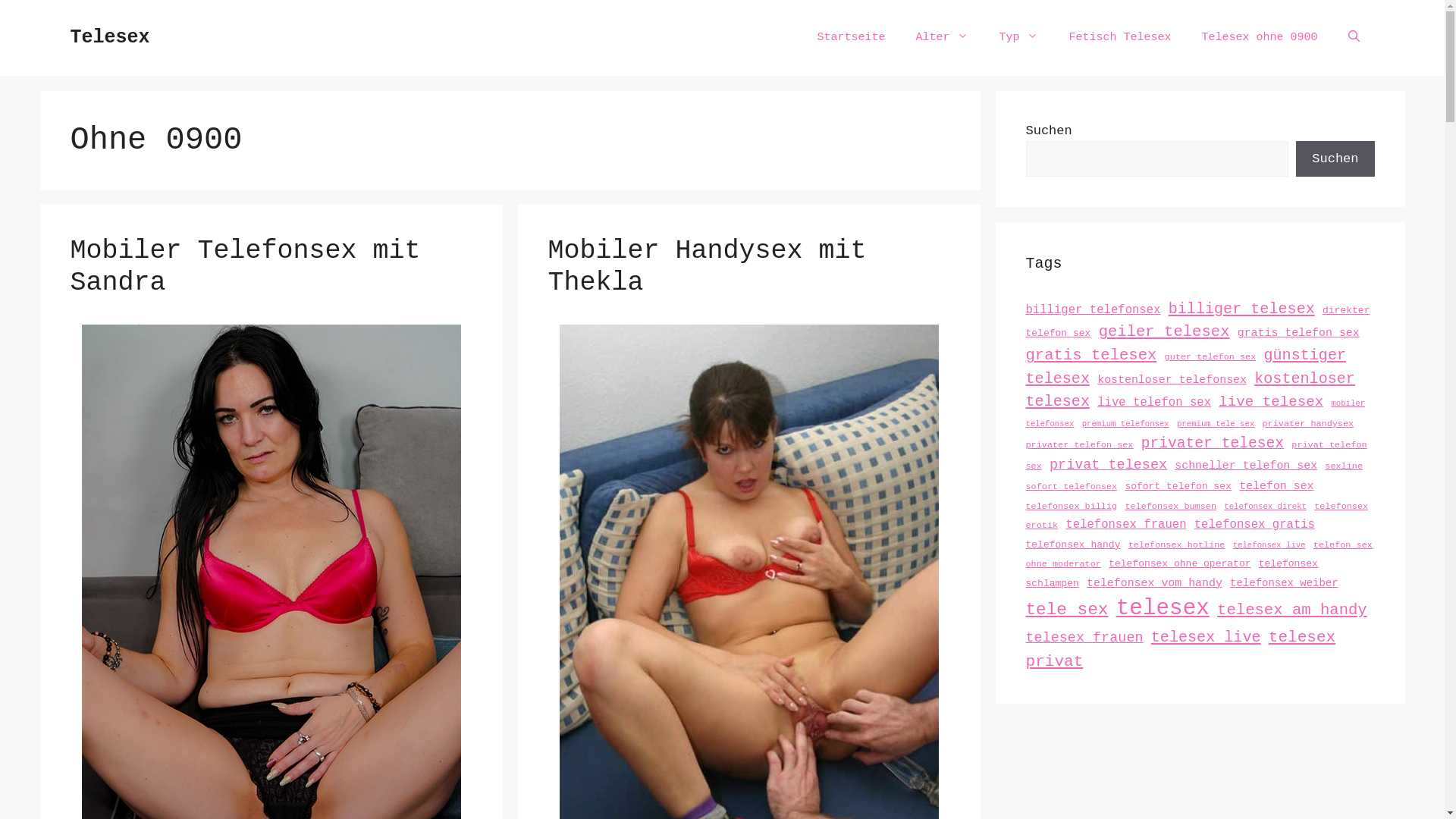 This screenshot has height=819, width=1456. Describe the element at coordinates (1343, 465) in the screenshot. I see `'sexline'` at that location.